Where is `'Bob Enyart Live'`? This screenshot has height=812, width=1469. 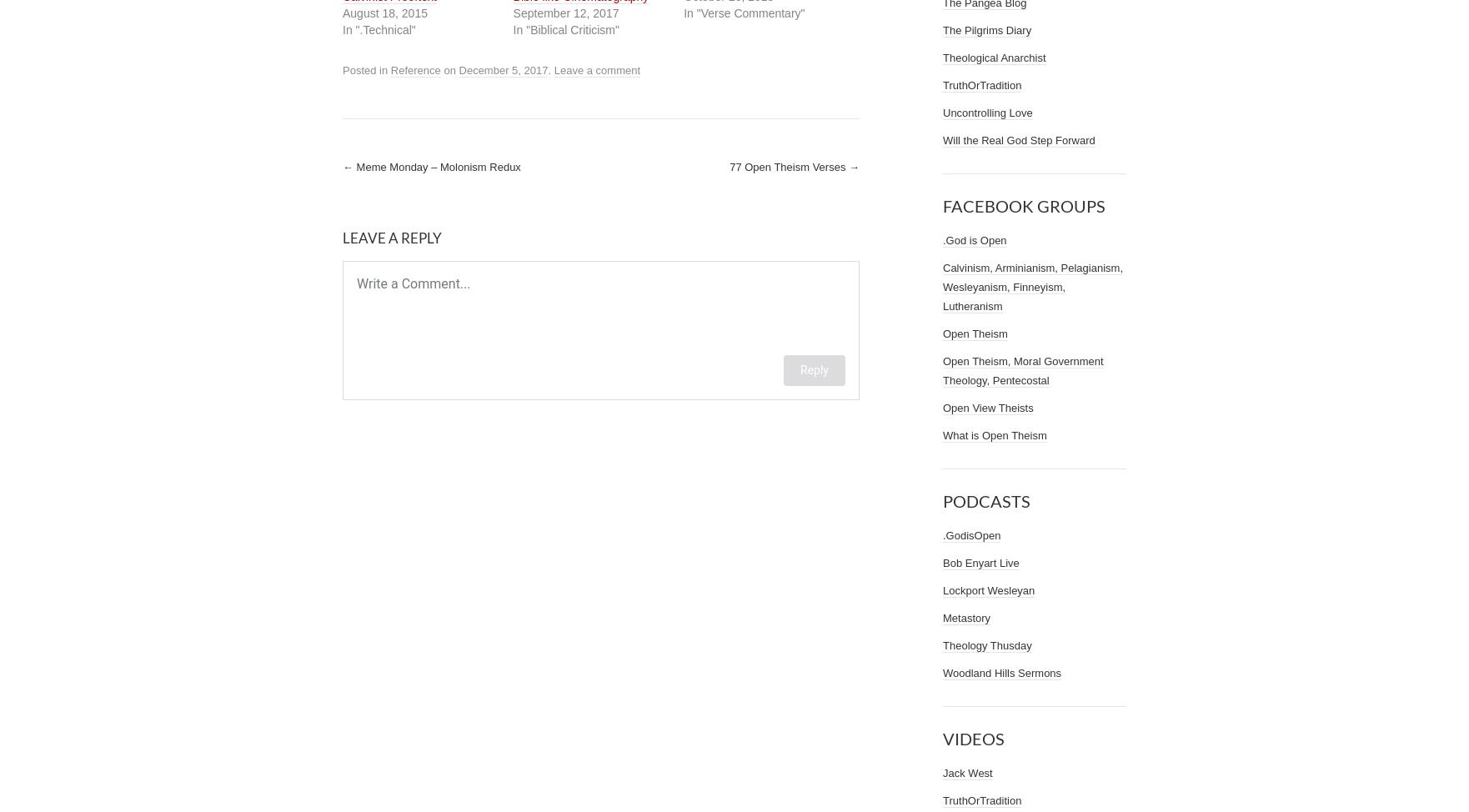
'Bob Enyart Live' is located at coordinates (980, 563).